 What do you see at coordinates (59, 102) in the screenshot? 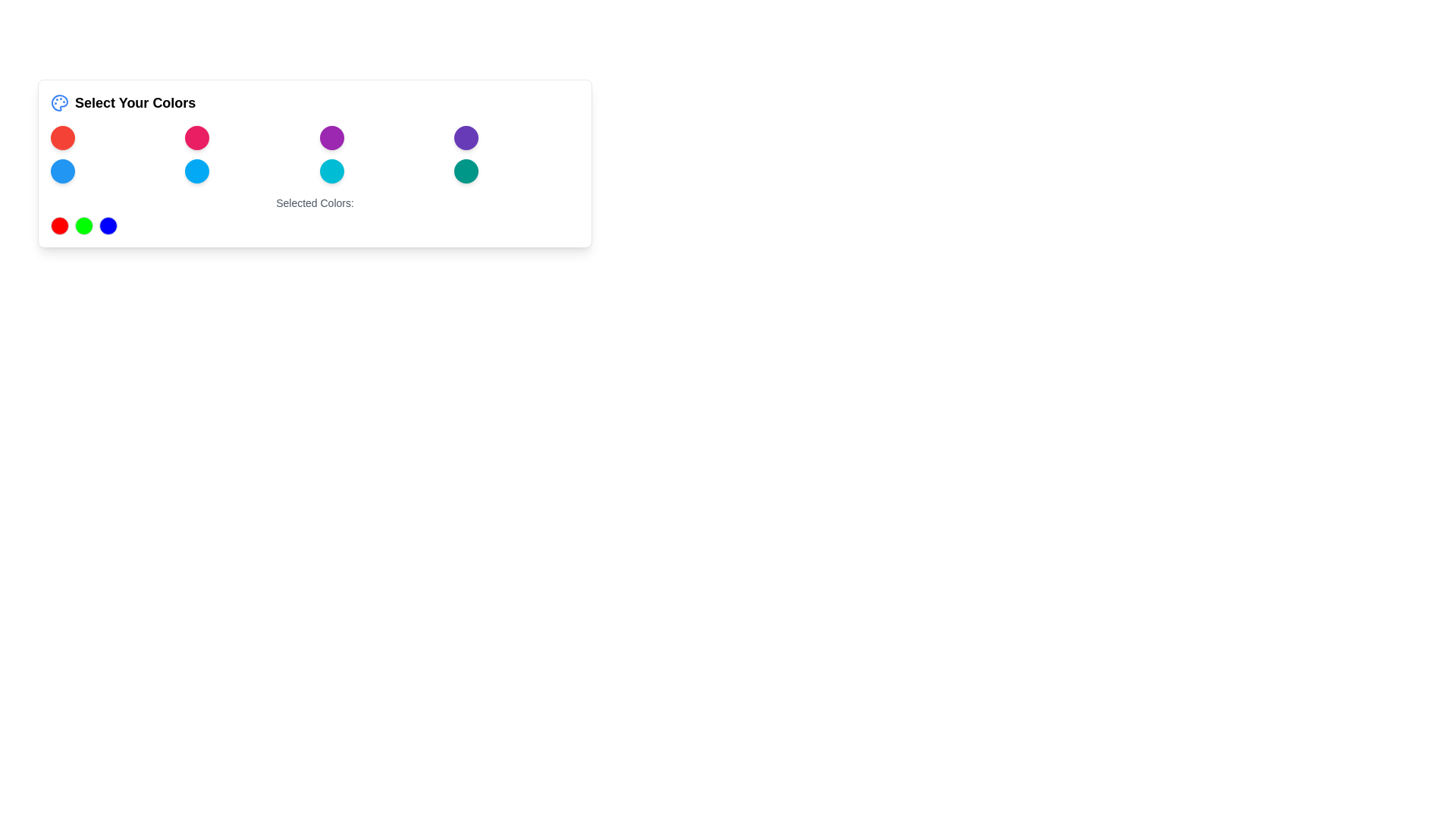
I see `the color palette icon located at the top-left side of the 'Select Your Colors' section` at bounding box center [59, 102].